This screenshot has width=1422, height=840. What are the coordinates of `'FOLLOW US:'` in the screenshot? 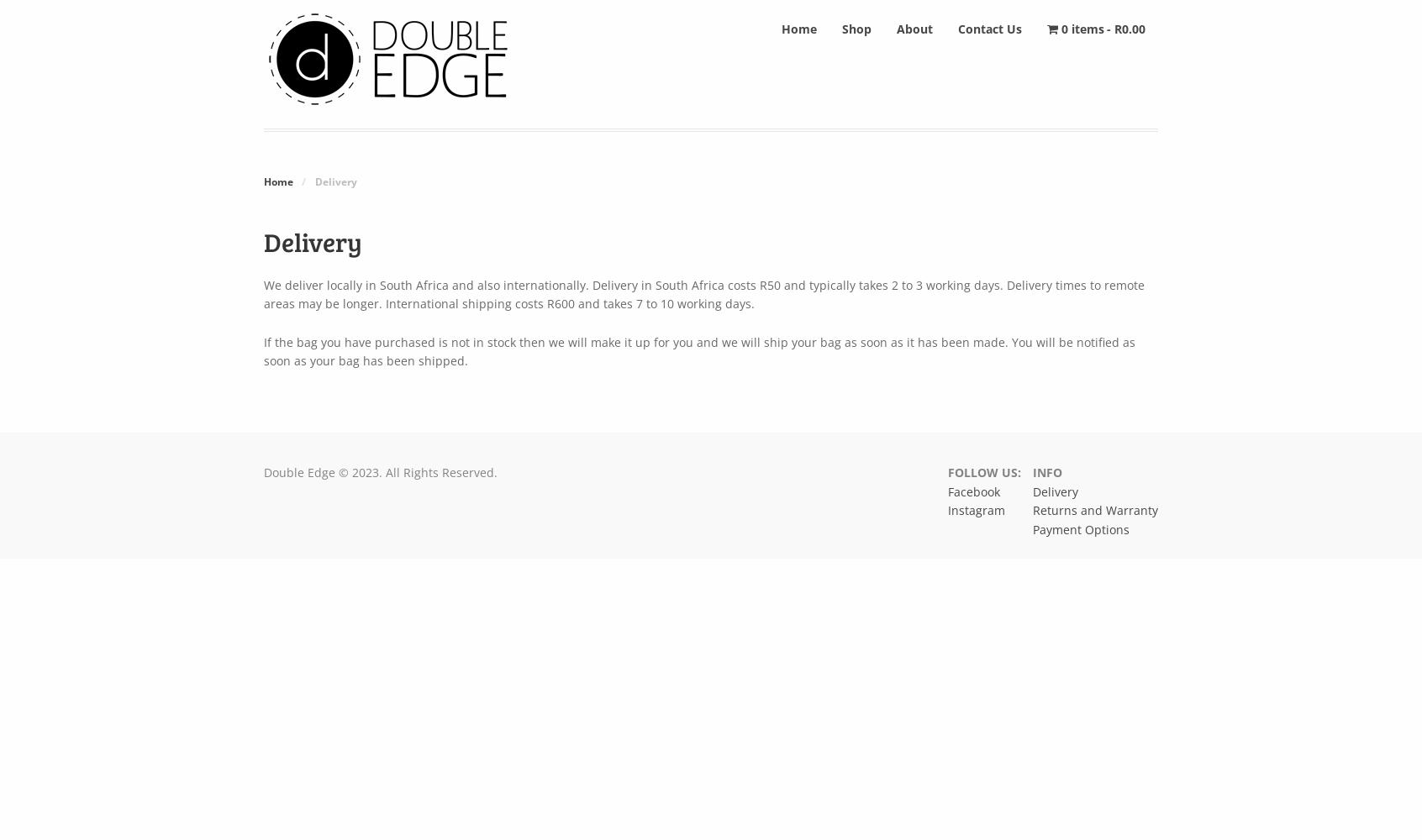 It's located at (947, 471).